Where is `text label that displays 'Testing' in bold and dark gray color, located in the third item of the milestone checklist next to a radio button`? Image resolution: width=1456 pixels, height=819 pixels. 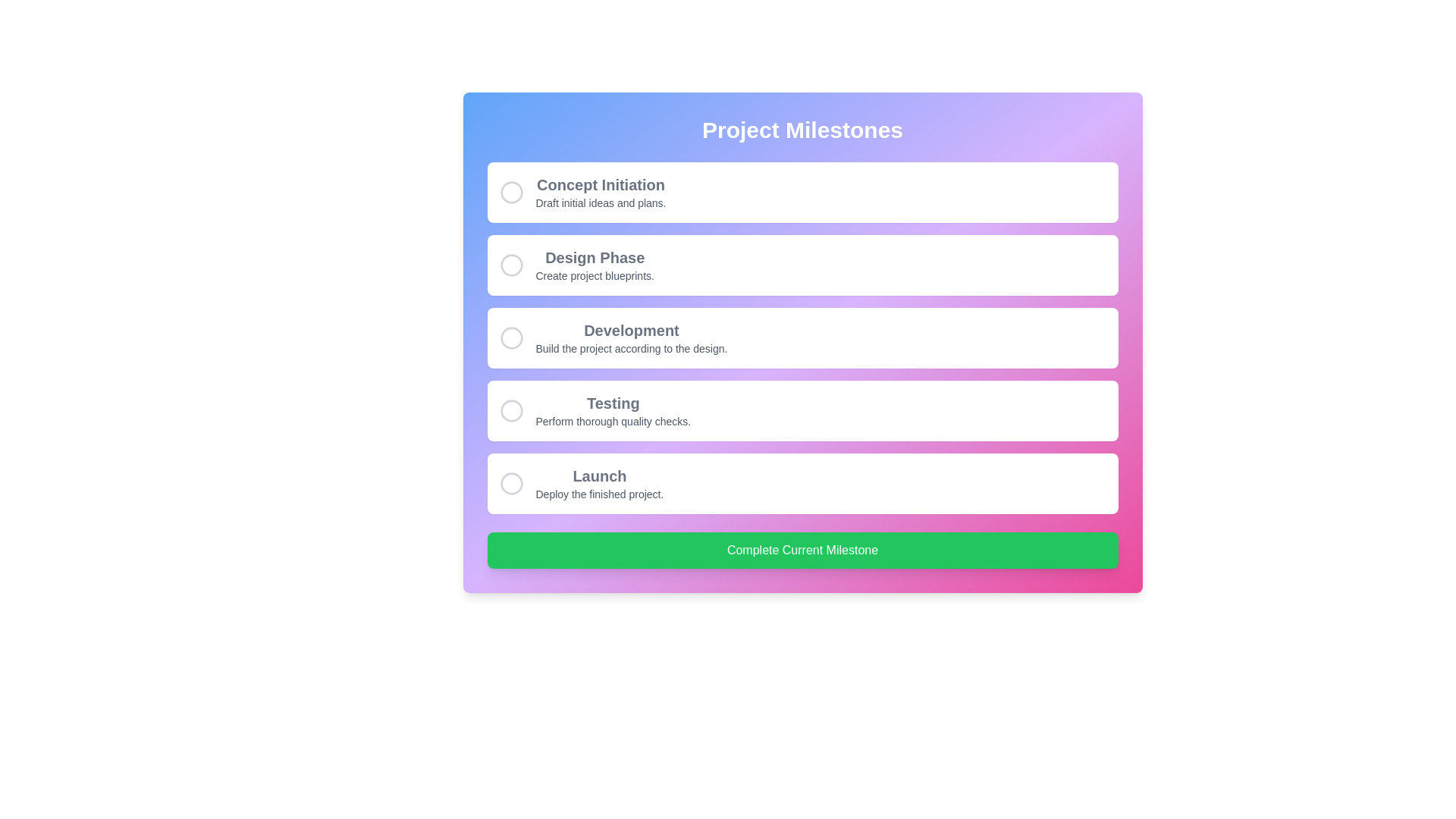 text label that displays 'Testing' in bold and dark gray color, located in the third item of the milestone checklist next to a radio button is located at coordinates (613, 403).